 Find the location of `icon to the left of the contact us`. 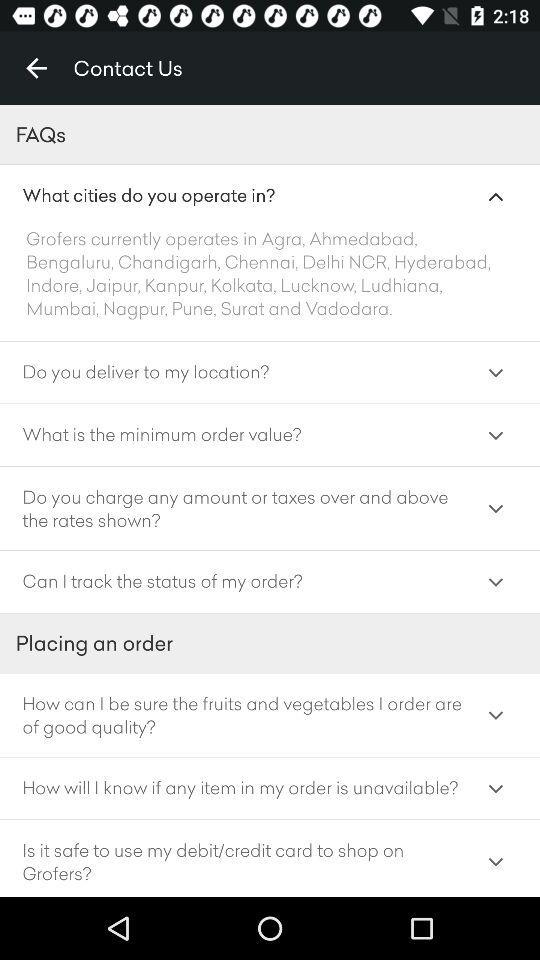

icon to the left of the contact us is located at coordinates (36, 68).